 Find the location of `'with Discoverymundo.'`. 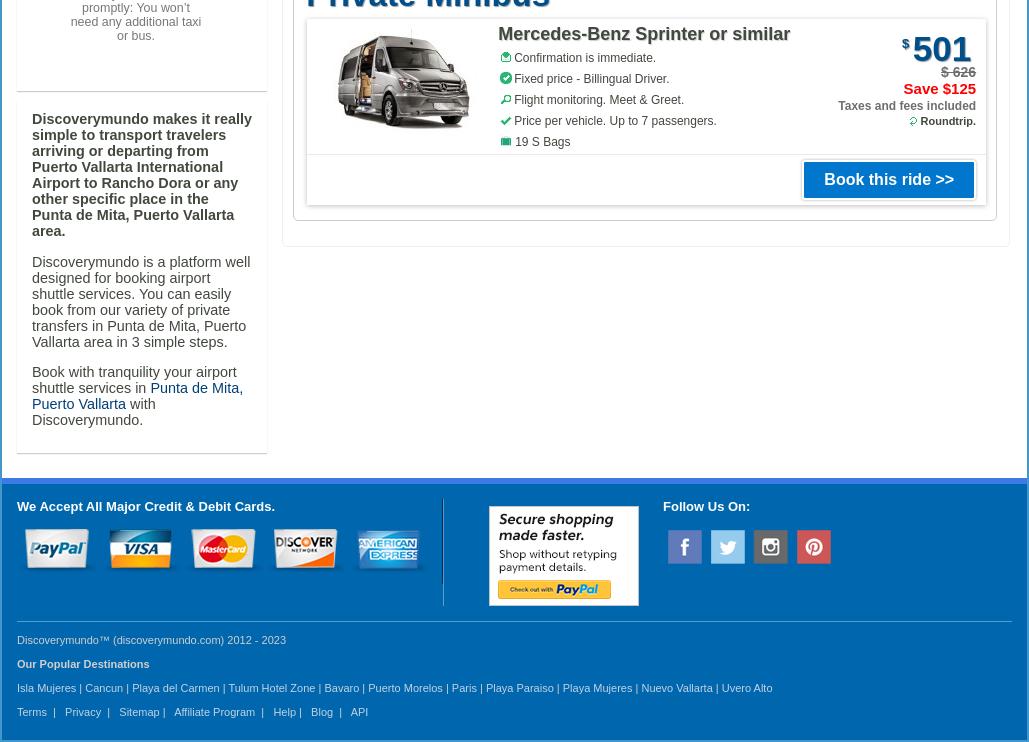

'with Discoverymundo.' is located at coordinates (32, 412).